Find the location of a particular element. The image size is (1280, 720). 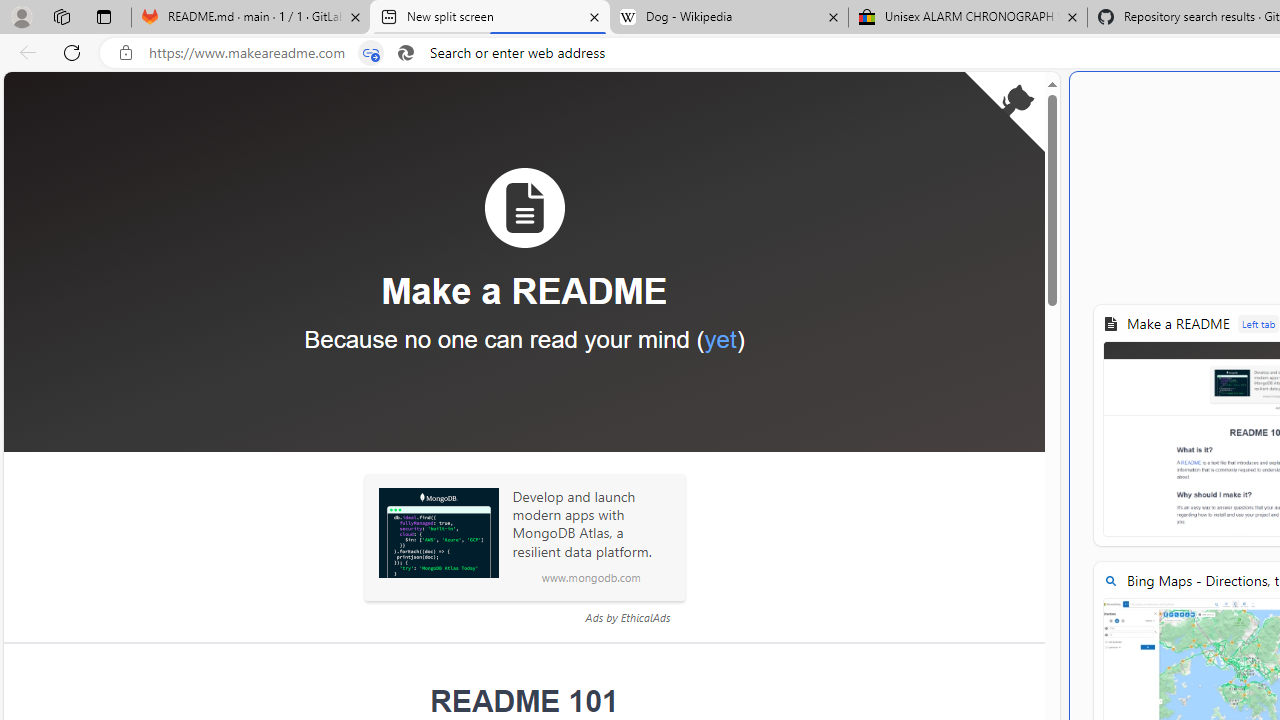

'New split screen' is located at coordinates (490, 17).